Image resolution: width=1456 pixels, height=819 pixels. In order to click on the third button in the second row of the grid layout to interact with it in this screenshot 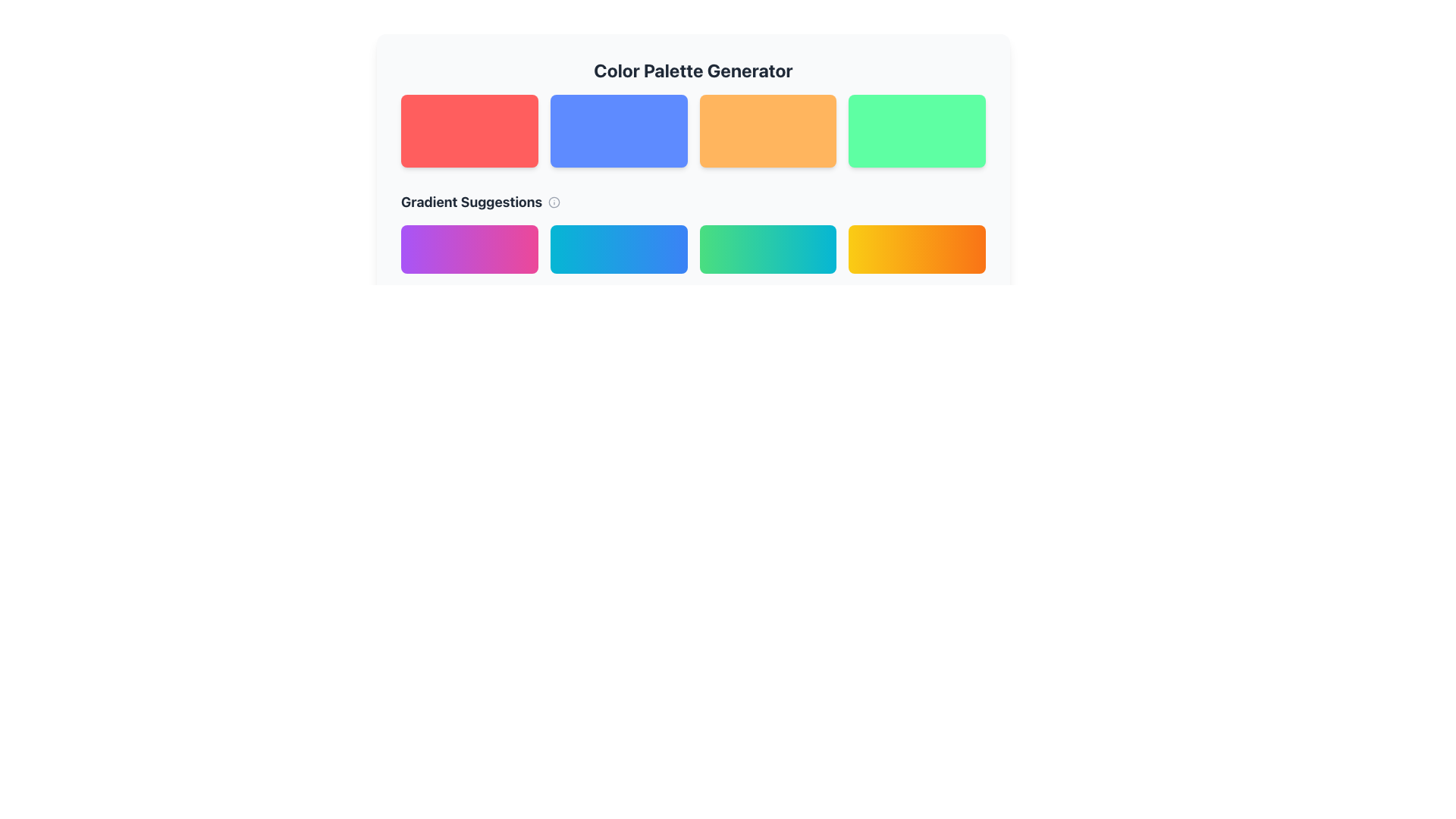, I will do `click(767, 248)`.